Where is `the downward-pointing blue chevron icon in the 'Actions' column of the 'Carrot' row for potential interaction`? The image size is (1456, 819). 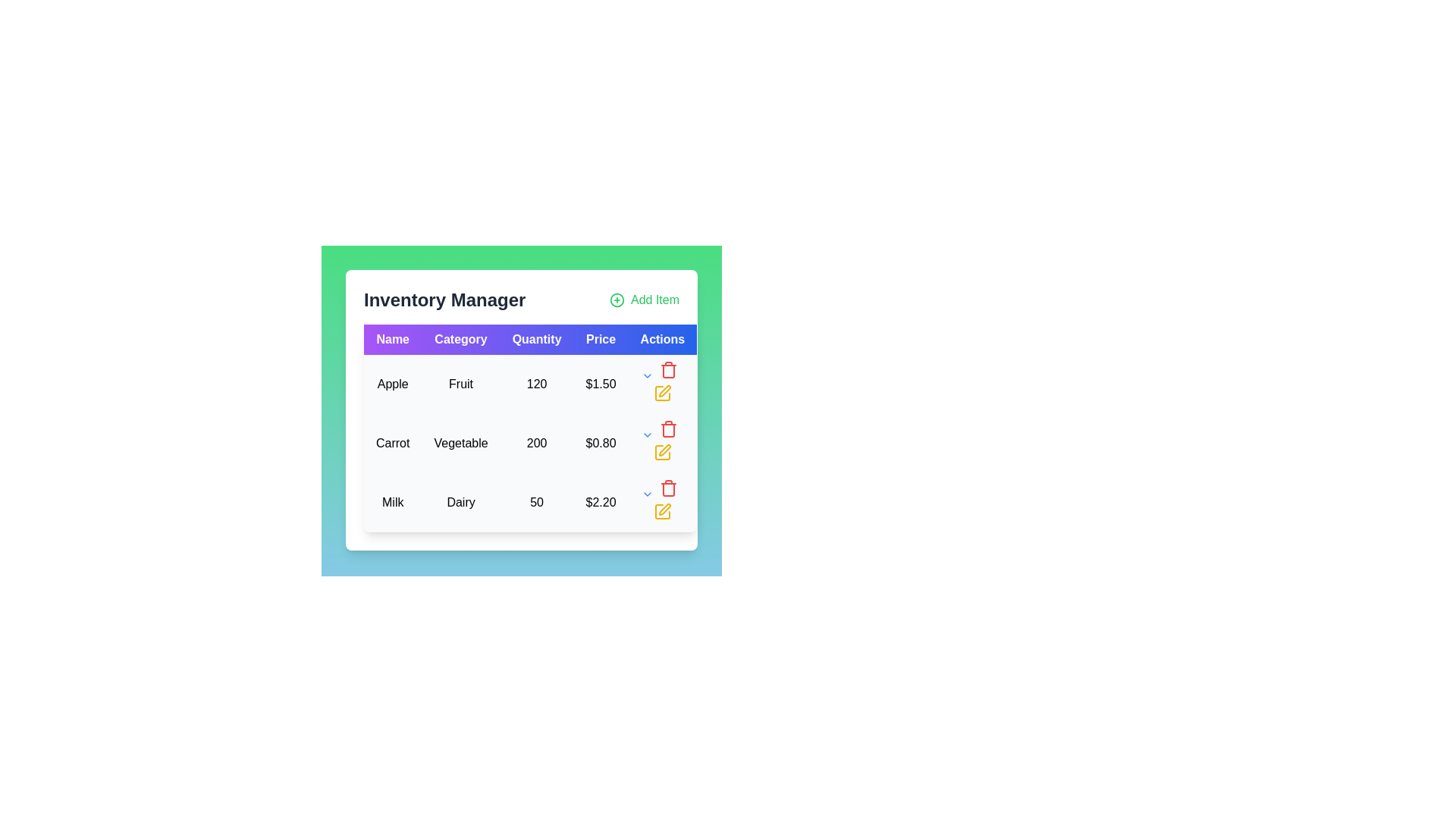 the downward-pointing blue chevron icon in the 'Actions' column of the 'Carrot' row for potential interaction is located at coordinates (647, 375).